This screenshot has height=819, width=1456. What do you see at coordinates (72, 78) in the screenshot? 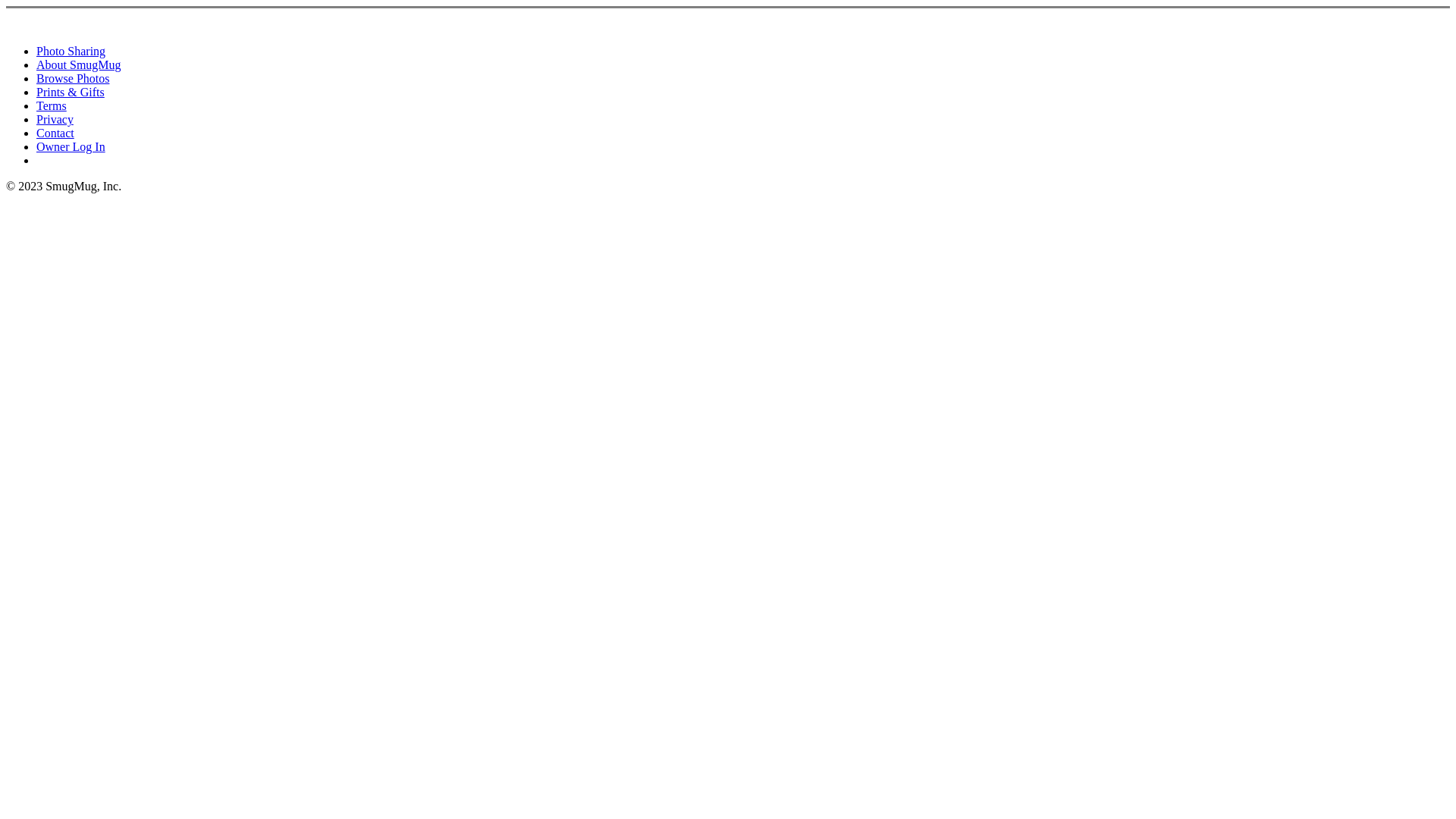
I see `'Browse Photos'` at bounding box center [72, 78].